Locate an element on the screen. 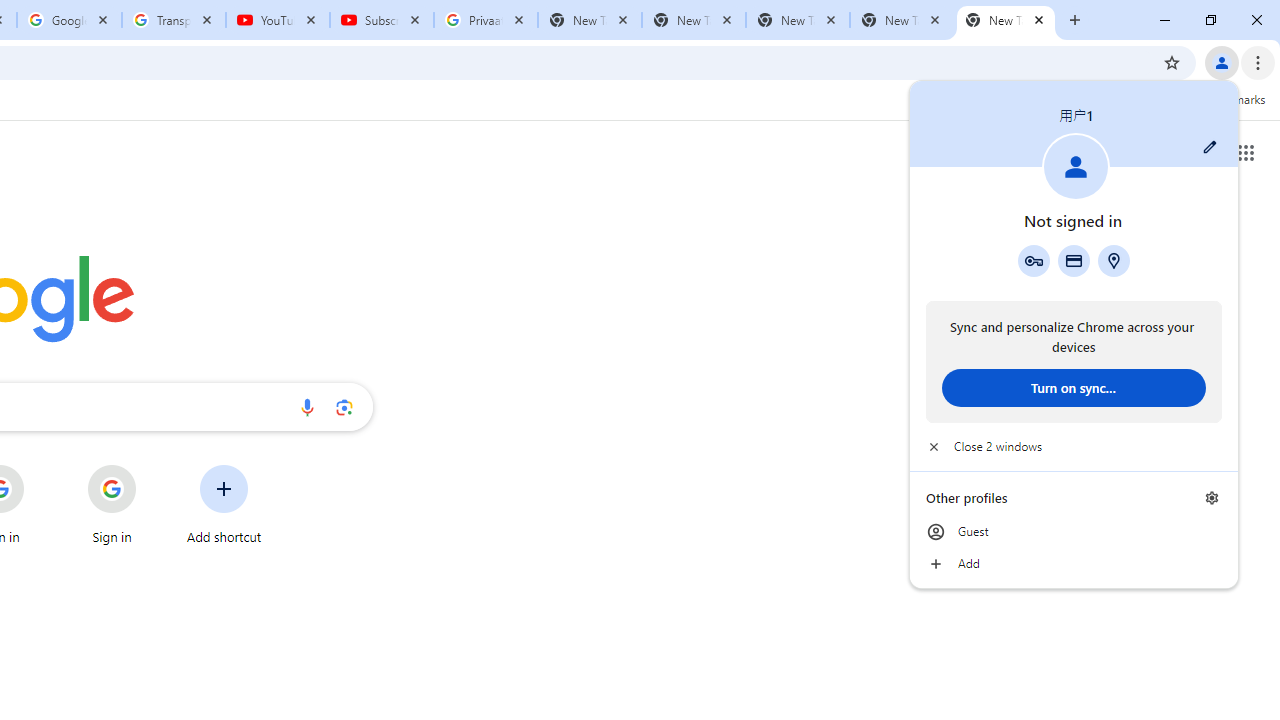 The image size is (1280, 720). 'Subscriptions - YouTube' is located at coordinates (382, 20).